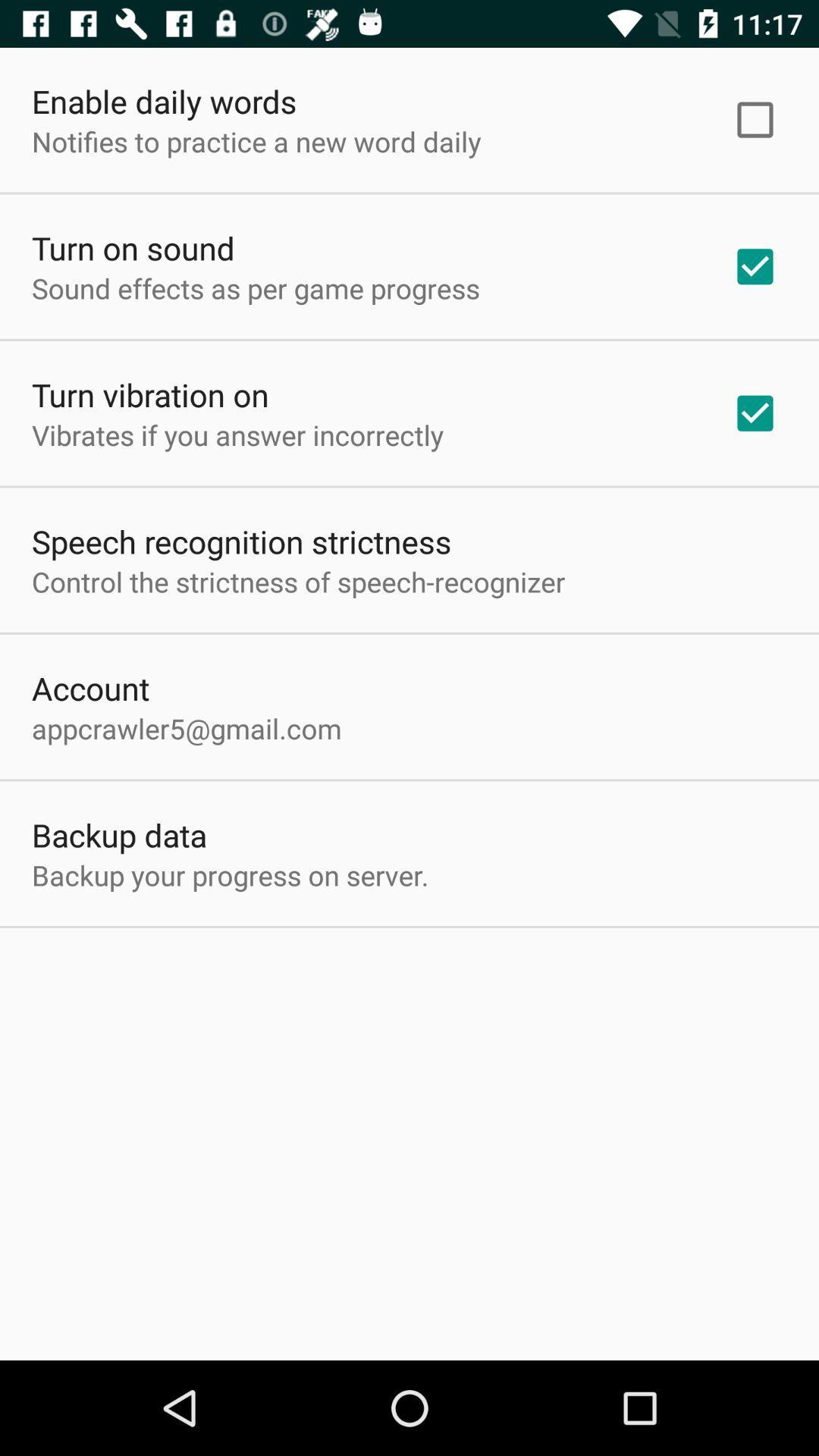 The image size is (819, 1456). Describe the element at coordinates (186, 728) in the screenshot. I see `the icon below account` at that location.